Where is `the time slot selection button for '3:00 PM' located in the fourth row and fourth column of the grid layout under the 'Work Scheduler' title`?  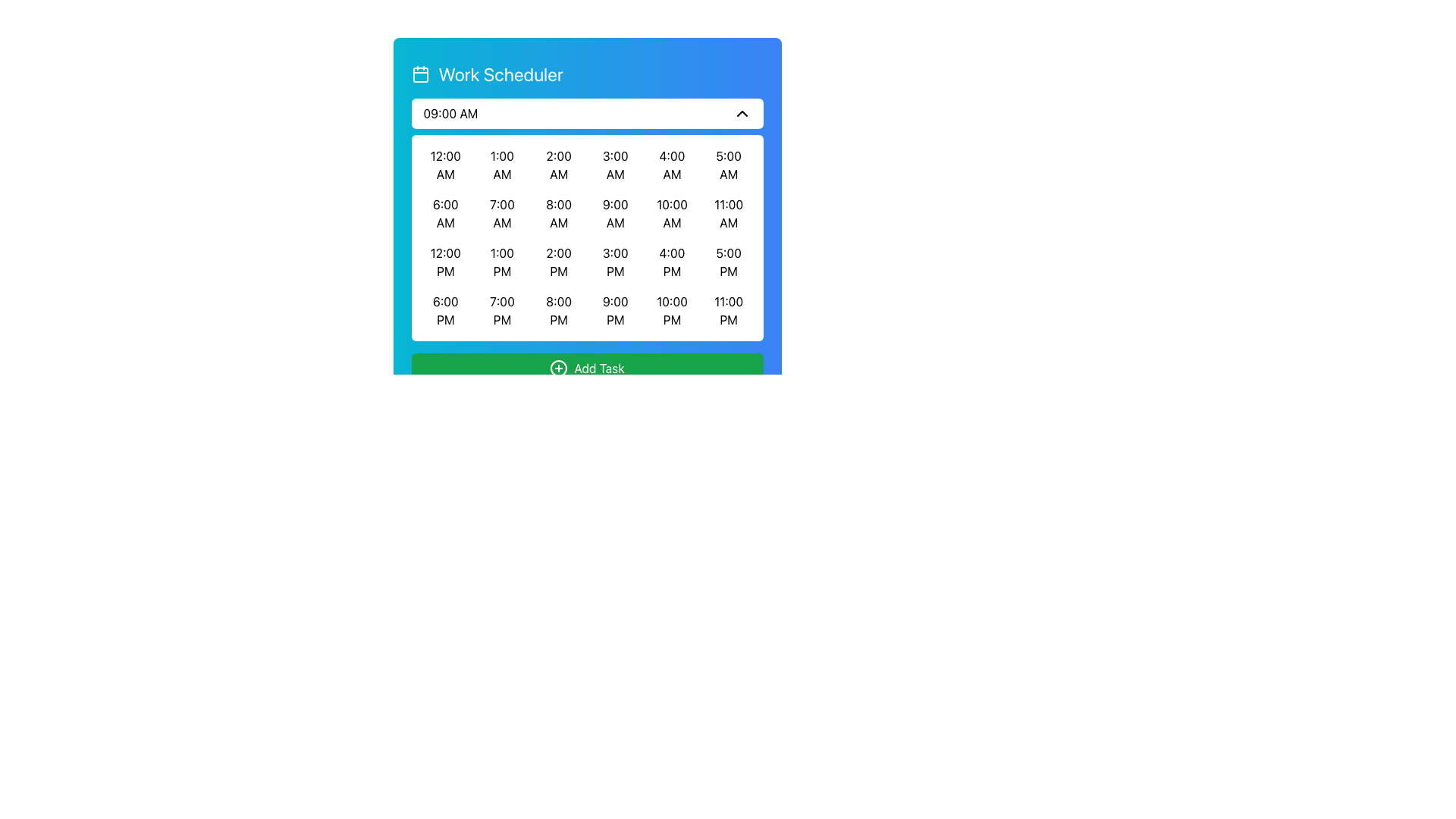
the time slot selection button for '3:00 PM' located in the fourth row and fourth column of the grid layout under the 'Work Scheduler' title is located at coordinates (615, 262).